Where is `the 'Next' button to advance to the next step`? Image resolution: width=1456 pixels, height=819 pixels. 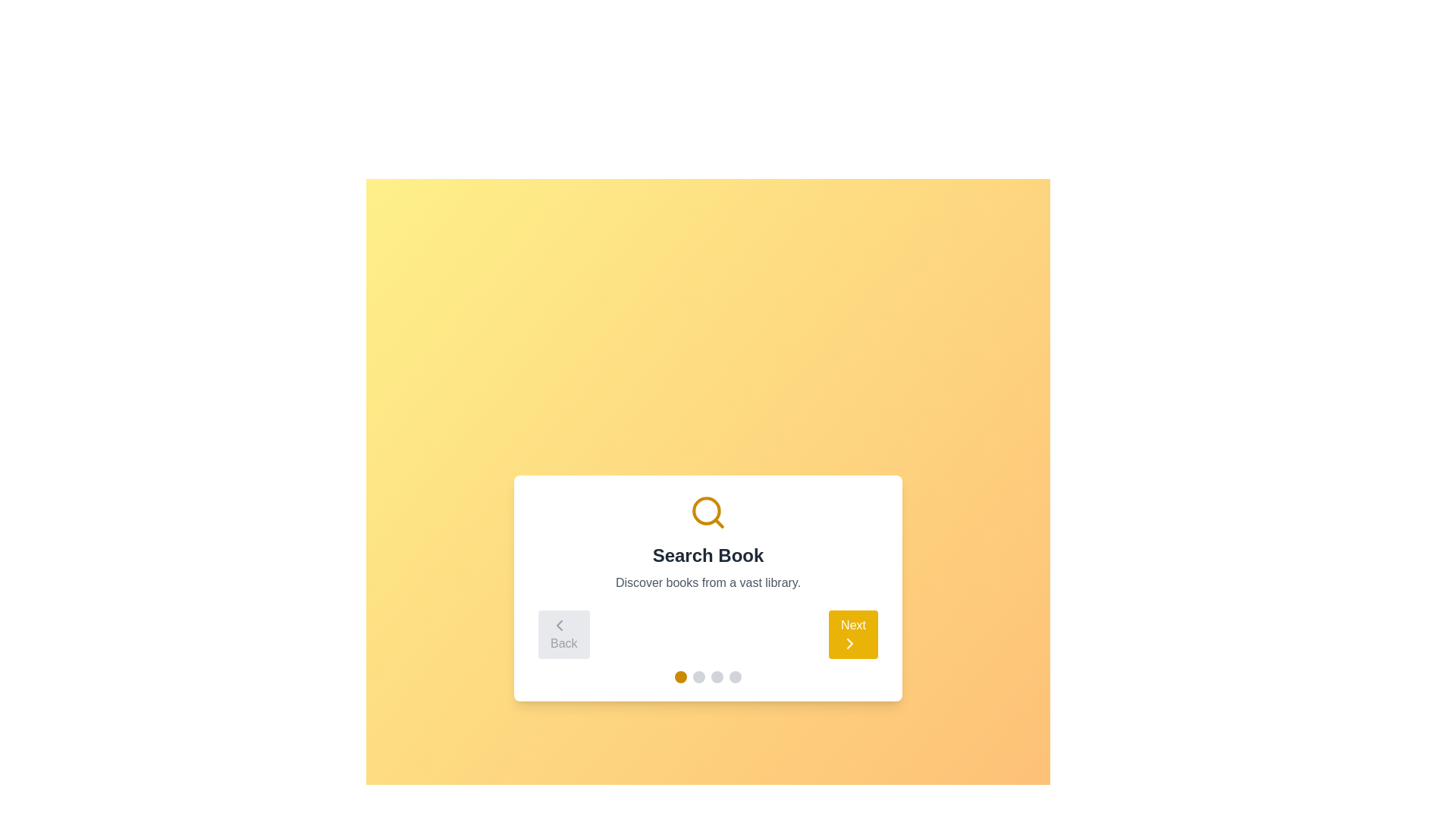
the 'Next' button to advance to the next step is located at coordinates (852, 635).